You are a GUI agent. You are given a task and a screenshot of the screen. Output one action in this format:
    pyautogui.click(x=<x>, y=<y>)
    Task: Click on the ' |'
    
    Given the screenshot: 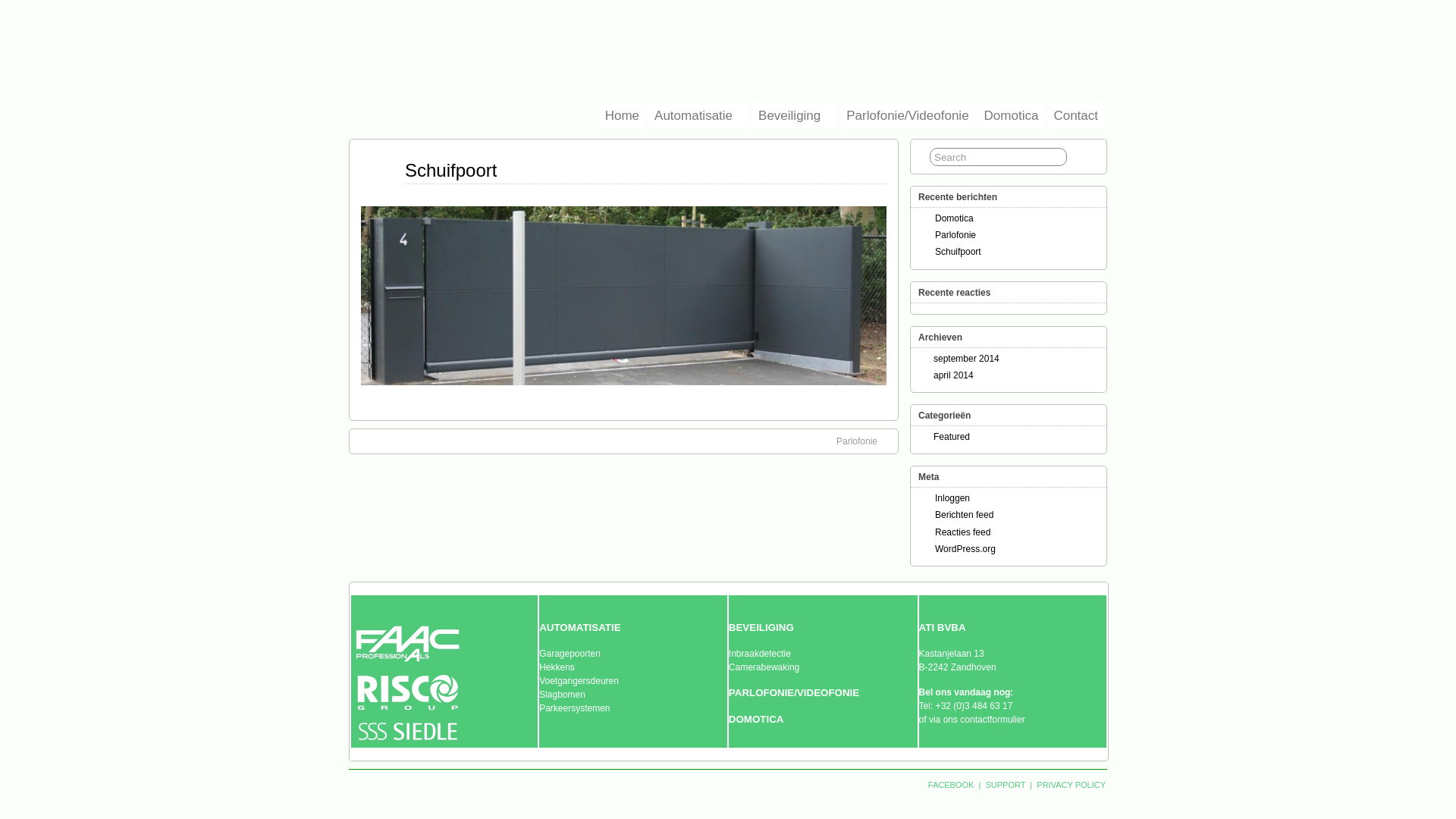 What is the action you would take?
    pyautogui.click(x=979, y=784)
    